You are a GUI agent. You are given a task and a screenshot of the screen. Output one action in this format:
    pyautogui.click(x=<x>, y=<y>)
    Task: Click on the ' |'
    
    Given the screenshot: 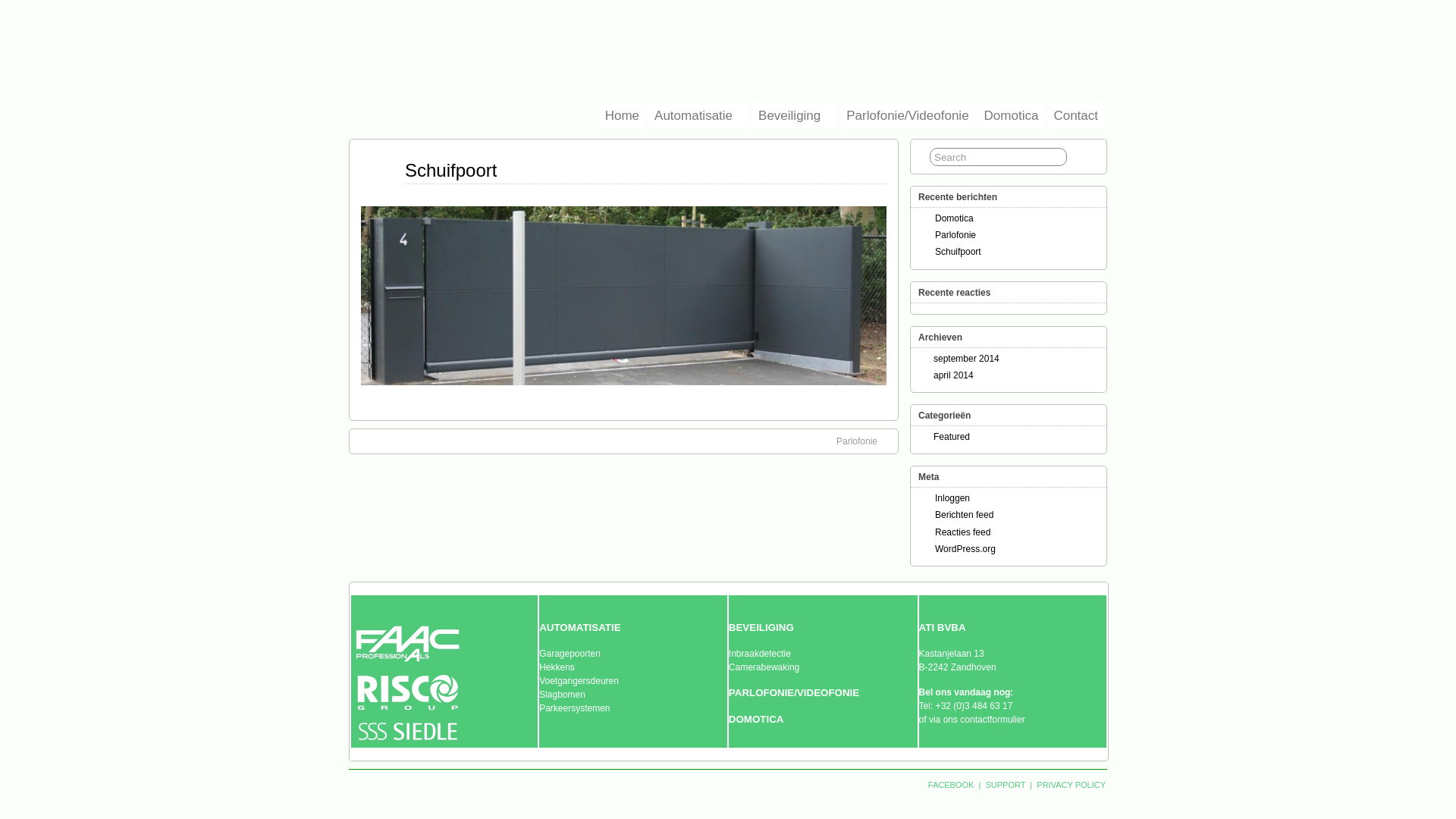 What is the action you would take?
    pyautogui.click(x=979, y=784)
    